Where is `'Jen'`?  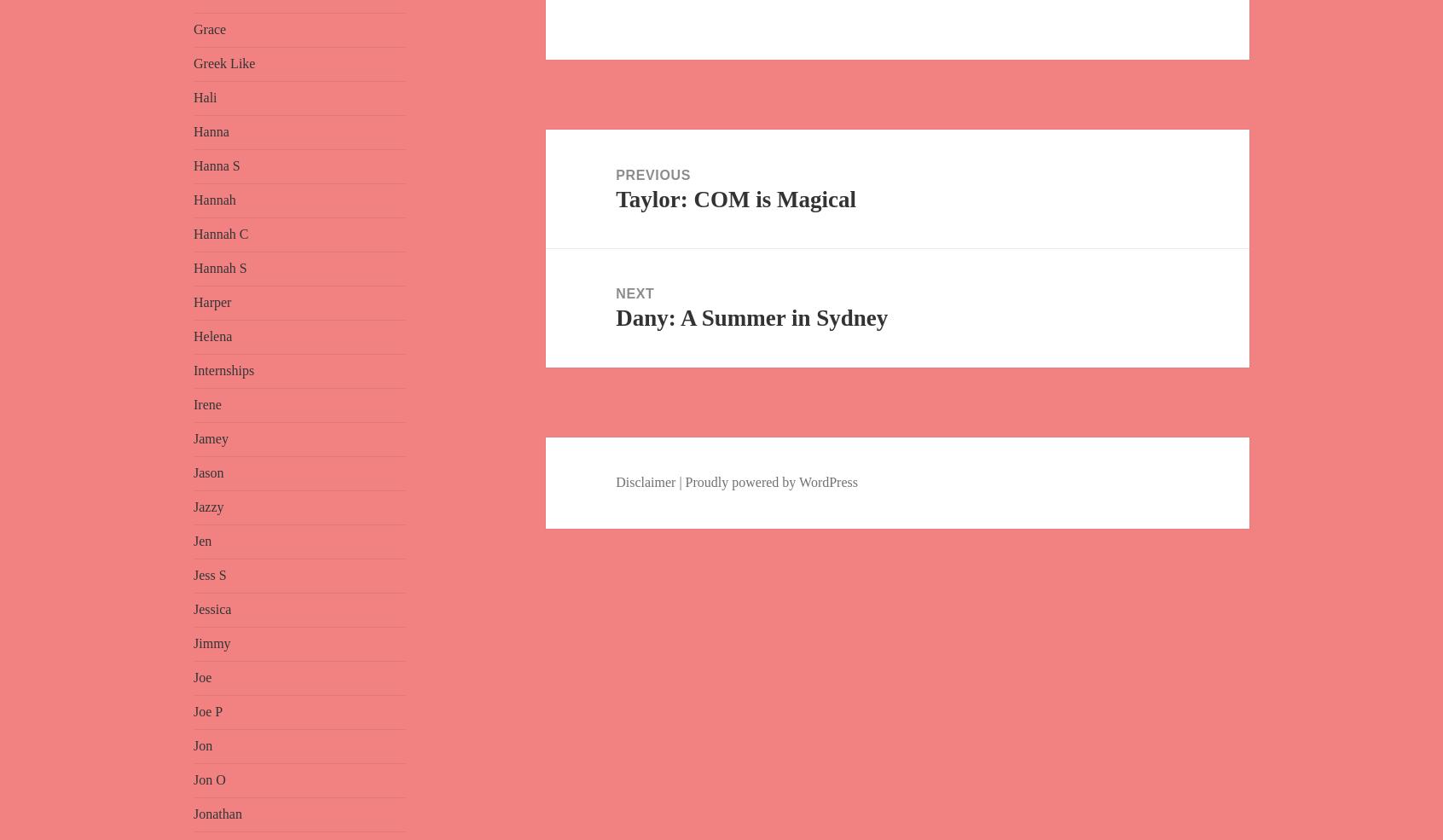
'Jen' is located at coordinates (202, 540).